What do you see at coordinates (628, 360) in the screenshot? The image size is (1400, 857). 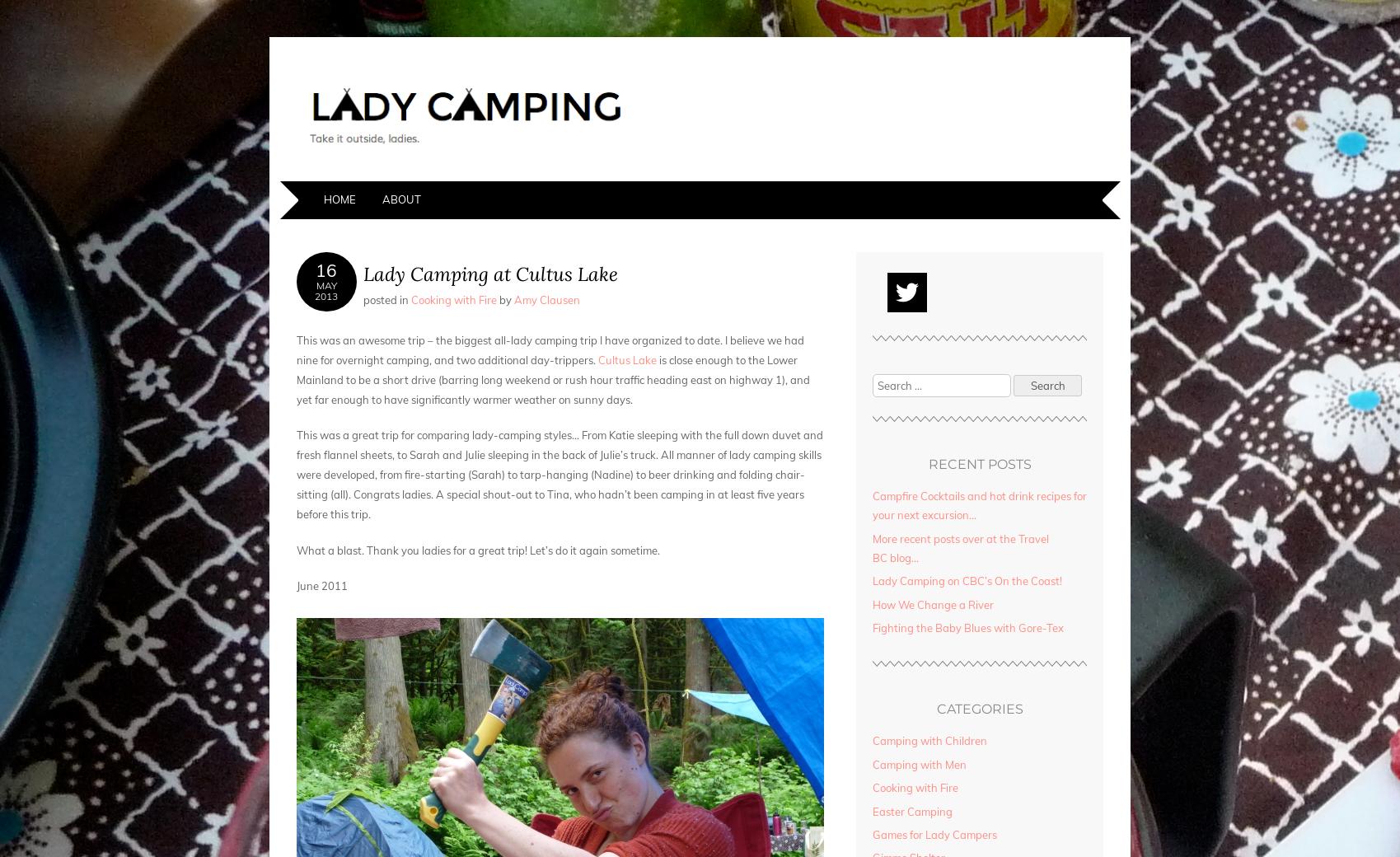 I see `'Cultus Lake'` at bounding box center [628, 360].